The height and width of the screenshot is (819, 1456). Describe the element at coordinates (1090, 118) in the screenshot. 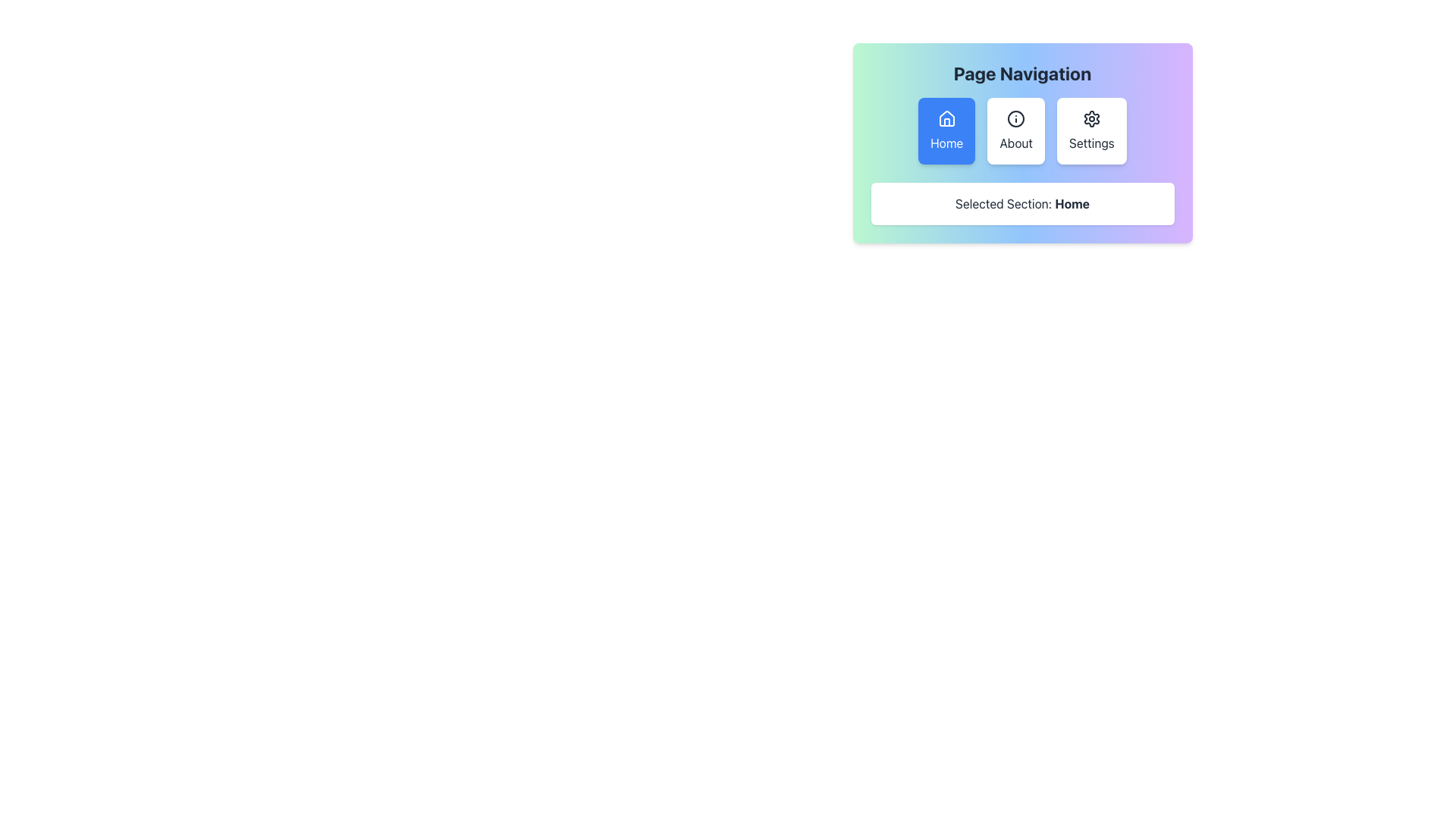

I see `the gear icon representing settings in the top-right section of the navigation panel for accessibility` at that location.